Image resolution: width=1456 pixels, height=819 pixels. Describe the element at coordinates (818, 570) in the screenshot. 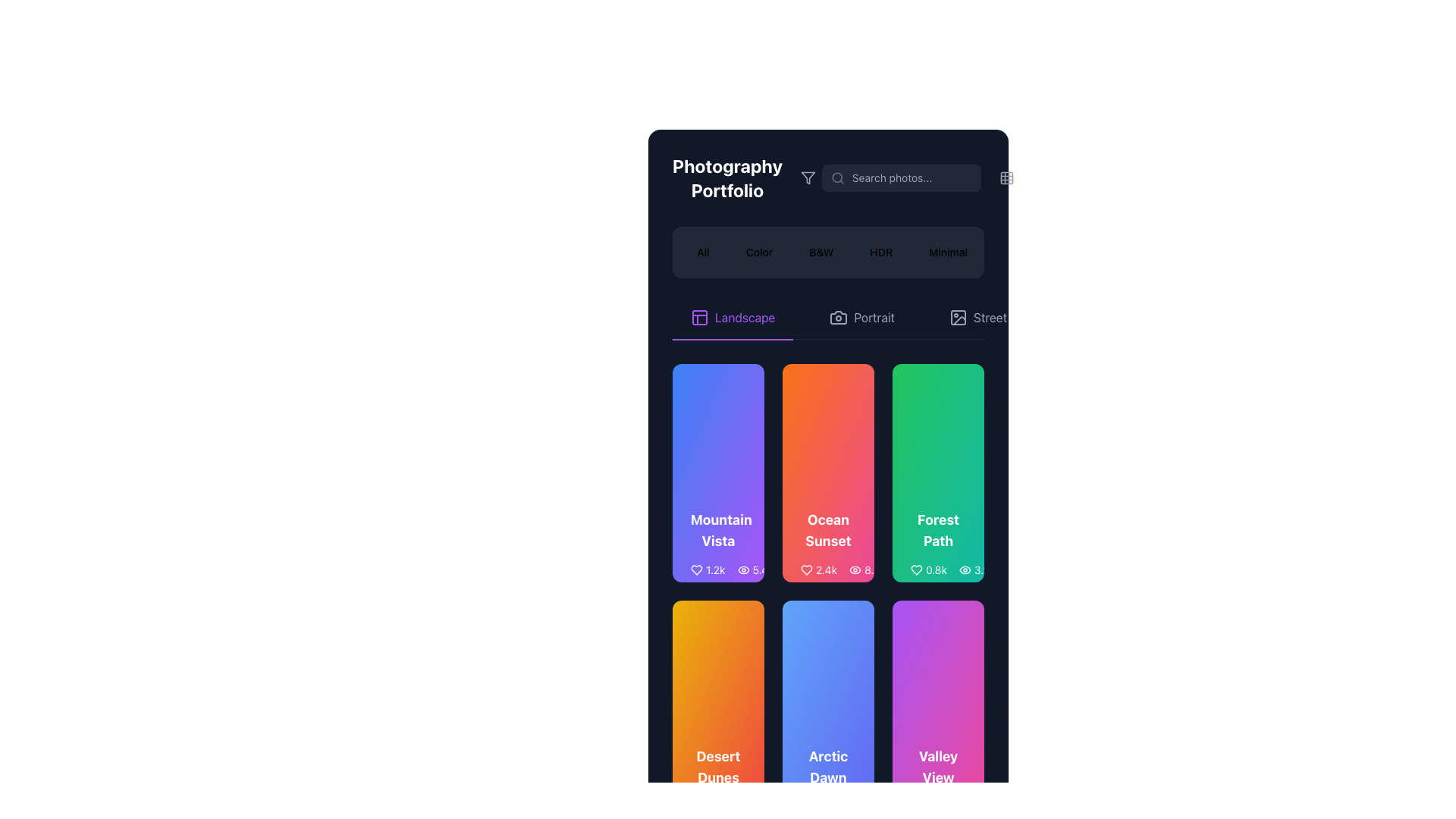

I see `the number text next to the heart icon in the likes display beneath the 'Ocean Sunset' card` at that location.